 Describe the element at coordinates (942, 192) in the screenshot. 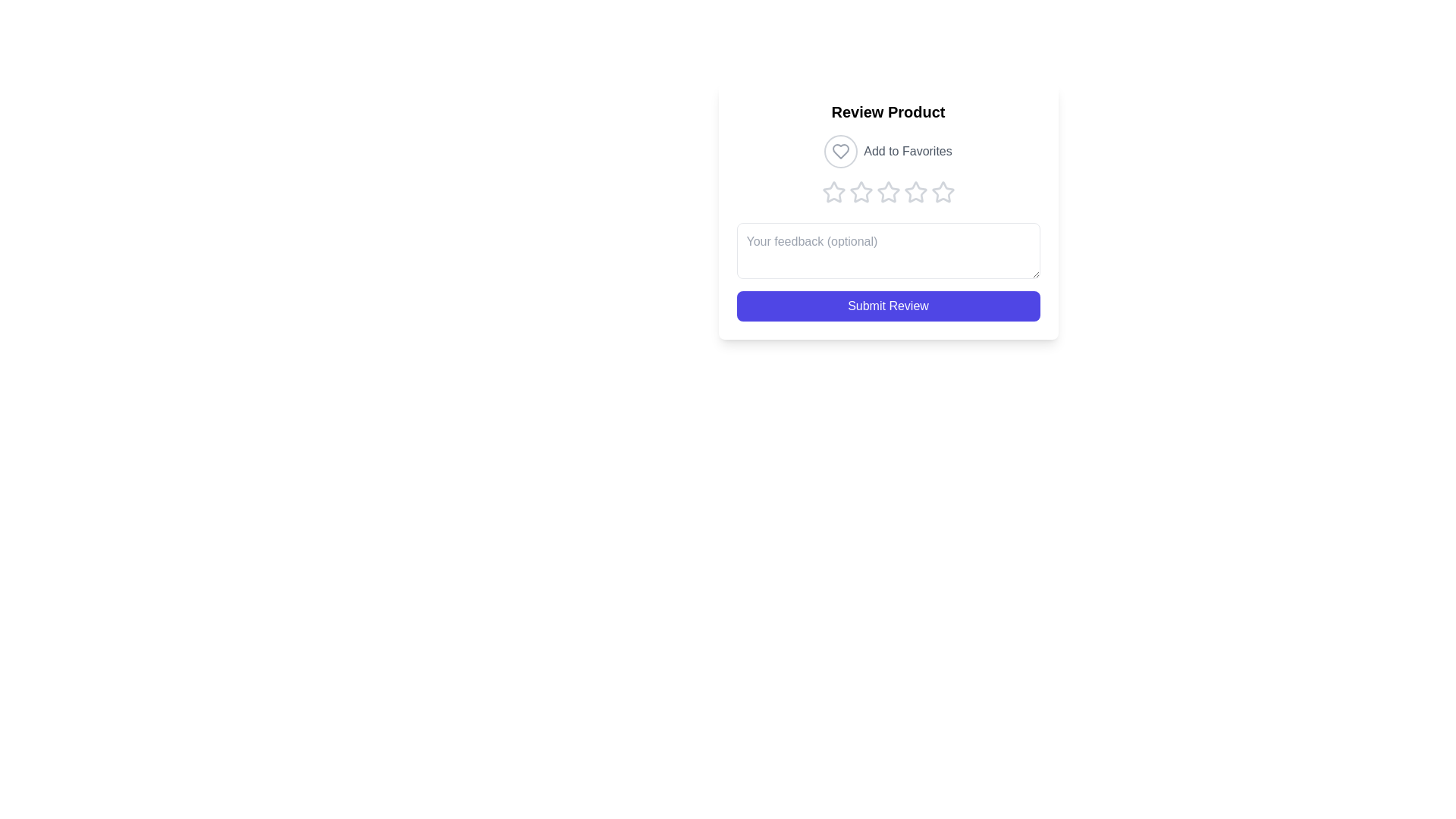

I see `the fifth interactive rating star icon to assign a rating for the product` at that location.